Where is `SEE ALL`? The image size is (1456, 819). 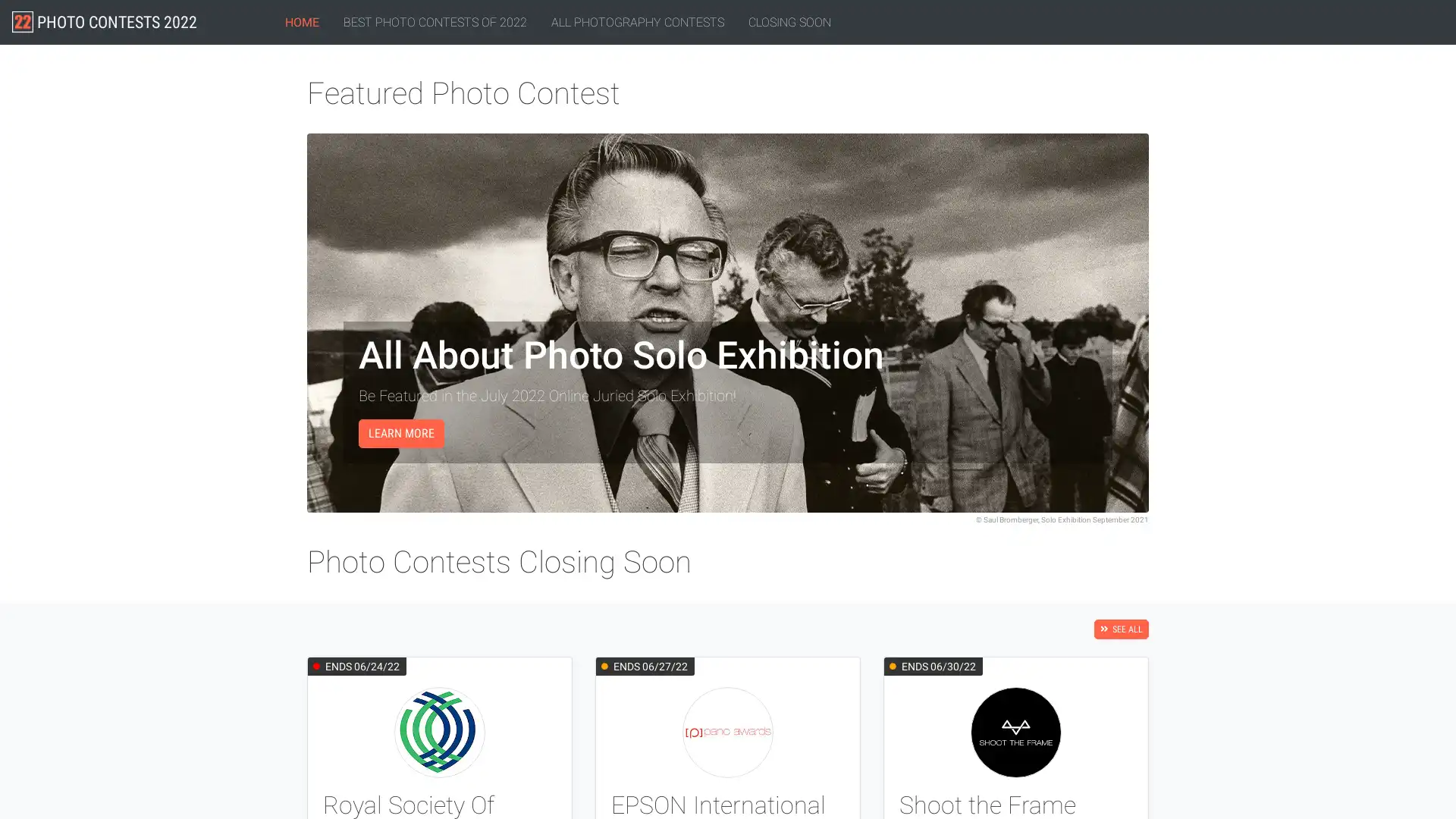 SEE ALL is located at coordinates (1121, 629).